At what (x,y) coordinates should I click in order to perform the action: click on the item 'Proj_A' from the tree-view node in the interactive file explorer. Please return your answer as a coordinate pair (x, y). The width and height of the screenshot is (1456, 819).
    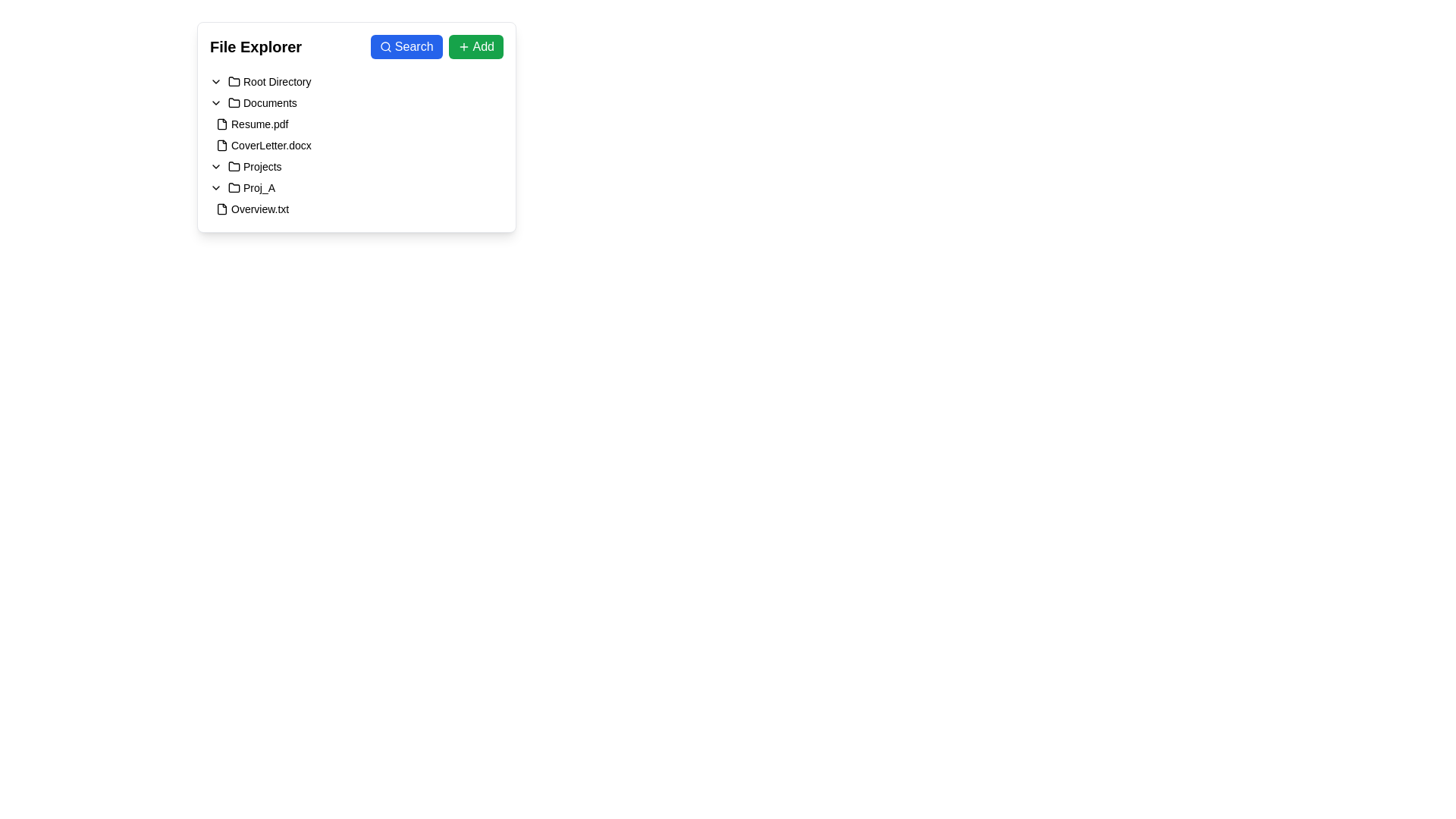
    Looking at the image, I should click on (356, 155).